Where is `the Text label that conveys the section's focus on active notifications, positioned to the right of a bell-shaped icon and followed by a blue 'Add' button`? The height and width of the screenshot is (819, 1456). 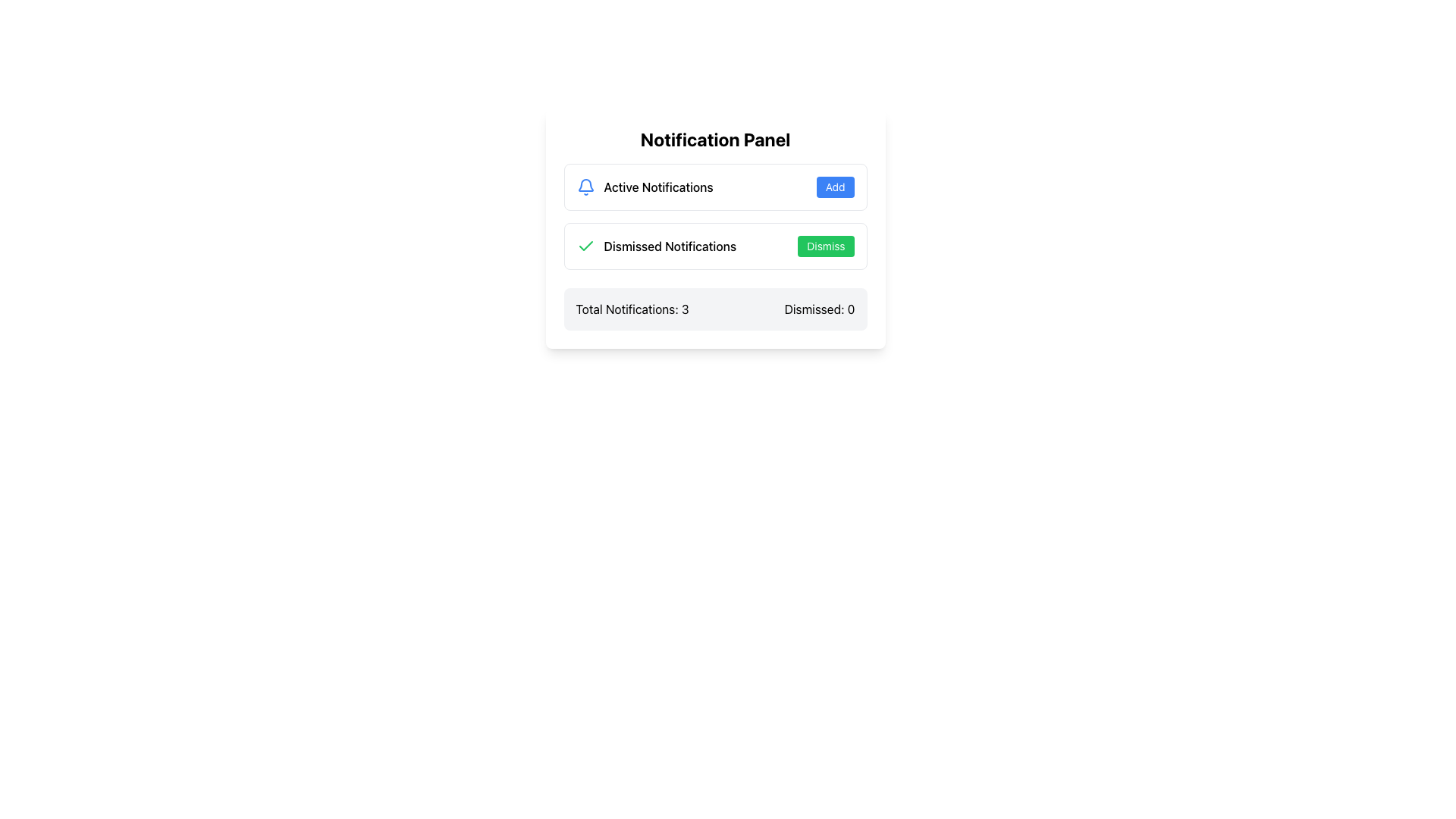
the Text label that conveys the section's focus on active notifications, positioned to the right of a bell-shaped icon and followed by a blue 'Add' button is located at coordinates (658, 186).